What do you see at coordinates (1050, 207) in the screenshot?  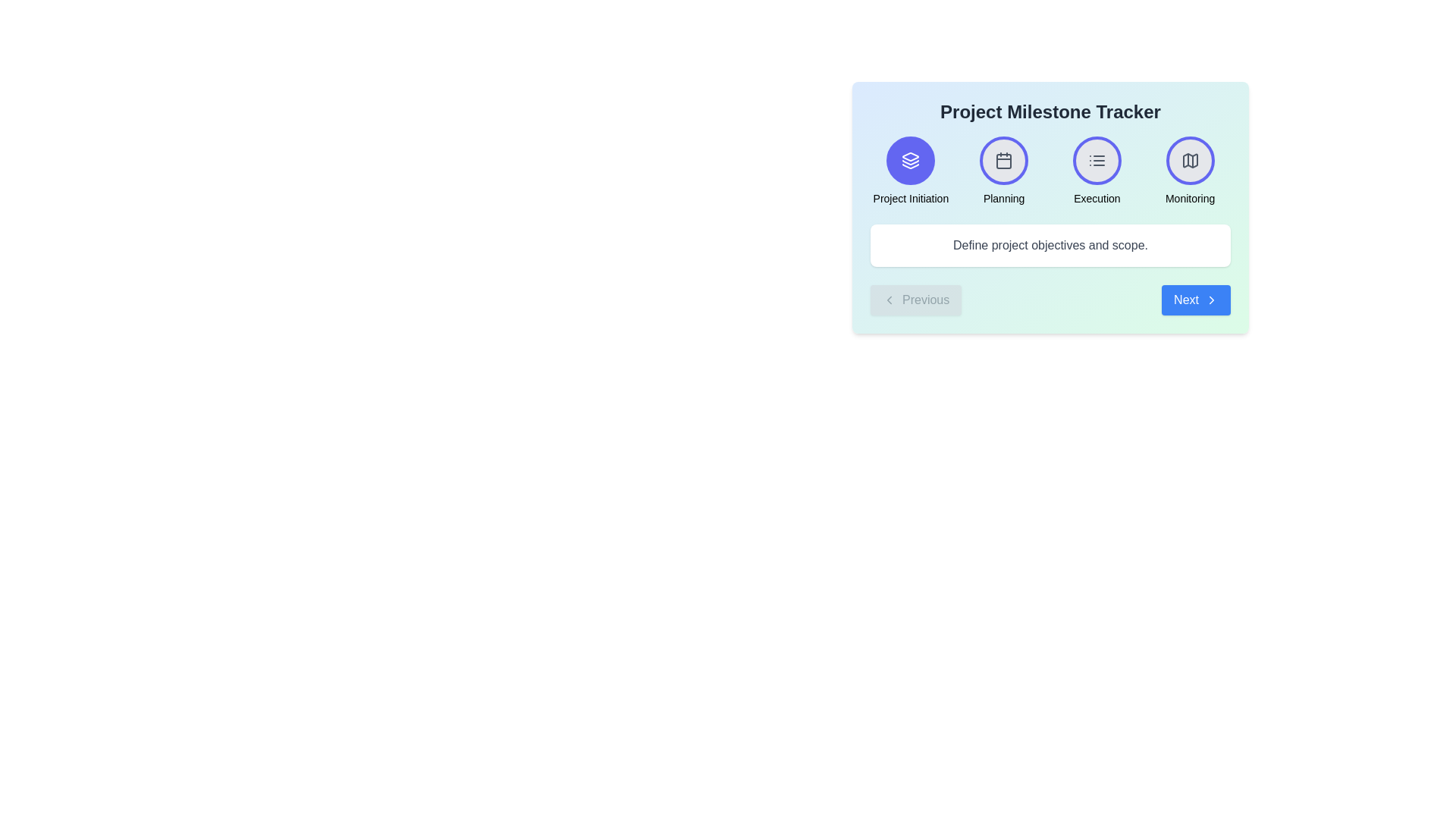 I see `the navigation buttons on the informational dashboard to navigate between project phases` at bounding box center [1050, 207].